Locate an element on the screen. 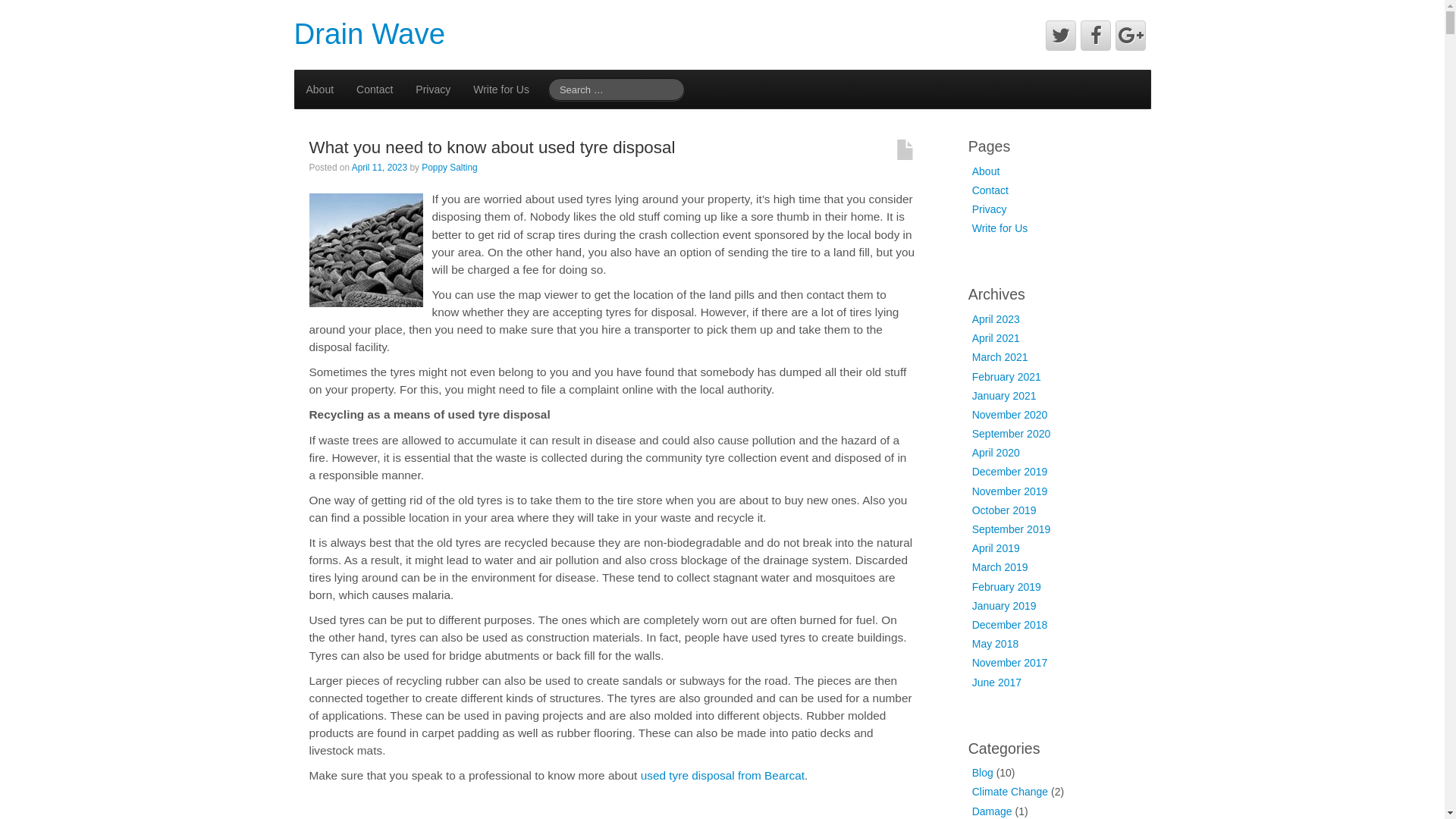  'April 2019' is located at coordinates (996, 548).